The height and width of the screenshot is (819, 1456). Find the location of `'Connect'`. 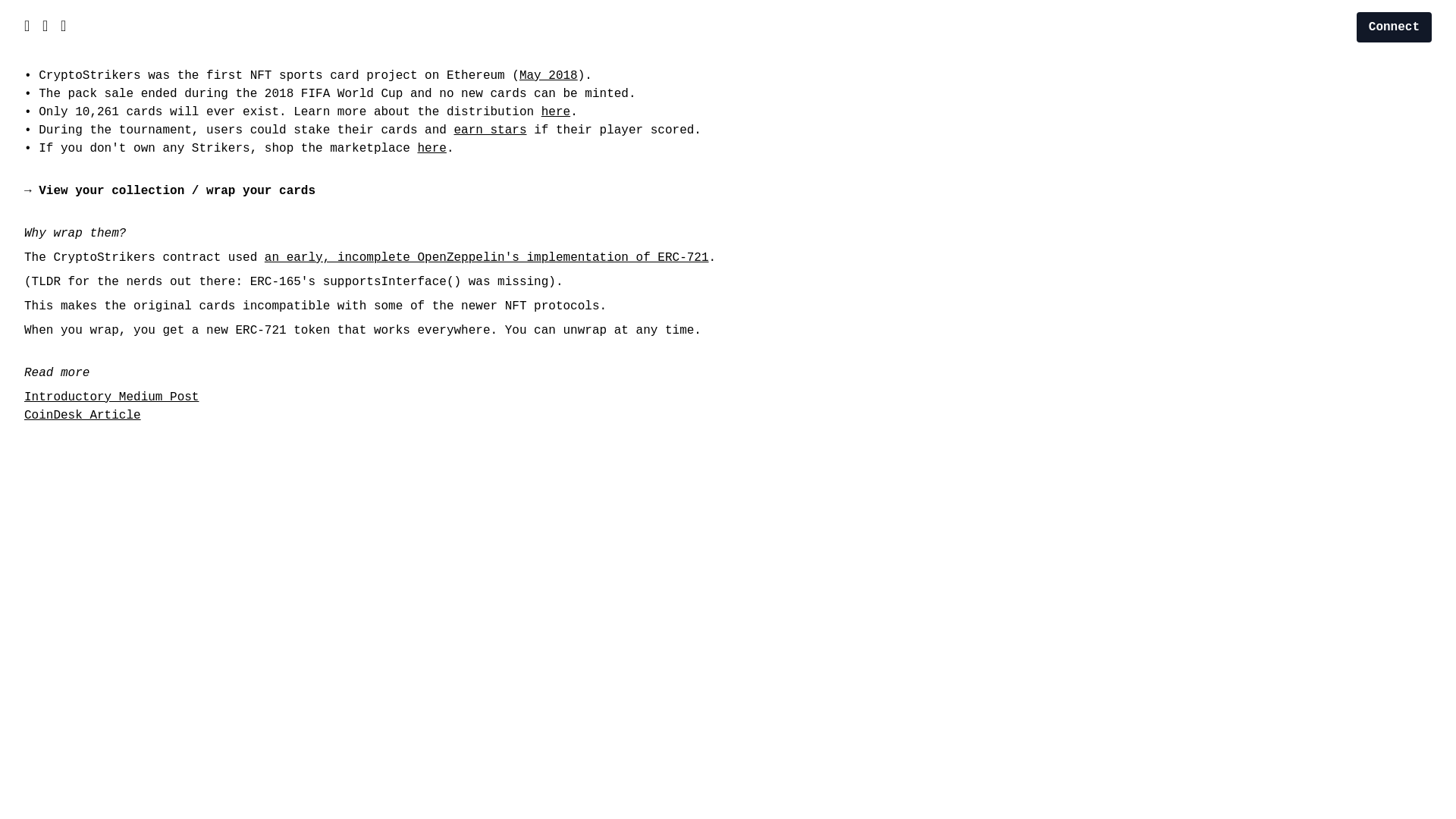

'Connect' is located at coordinates (1394, 27).